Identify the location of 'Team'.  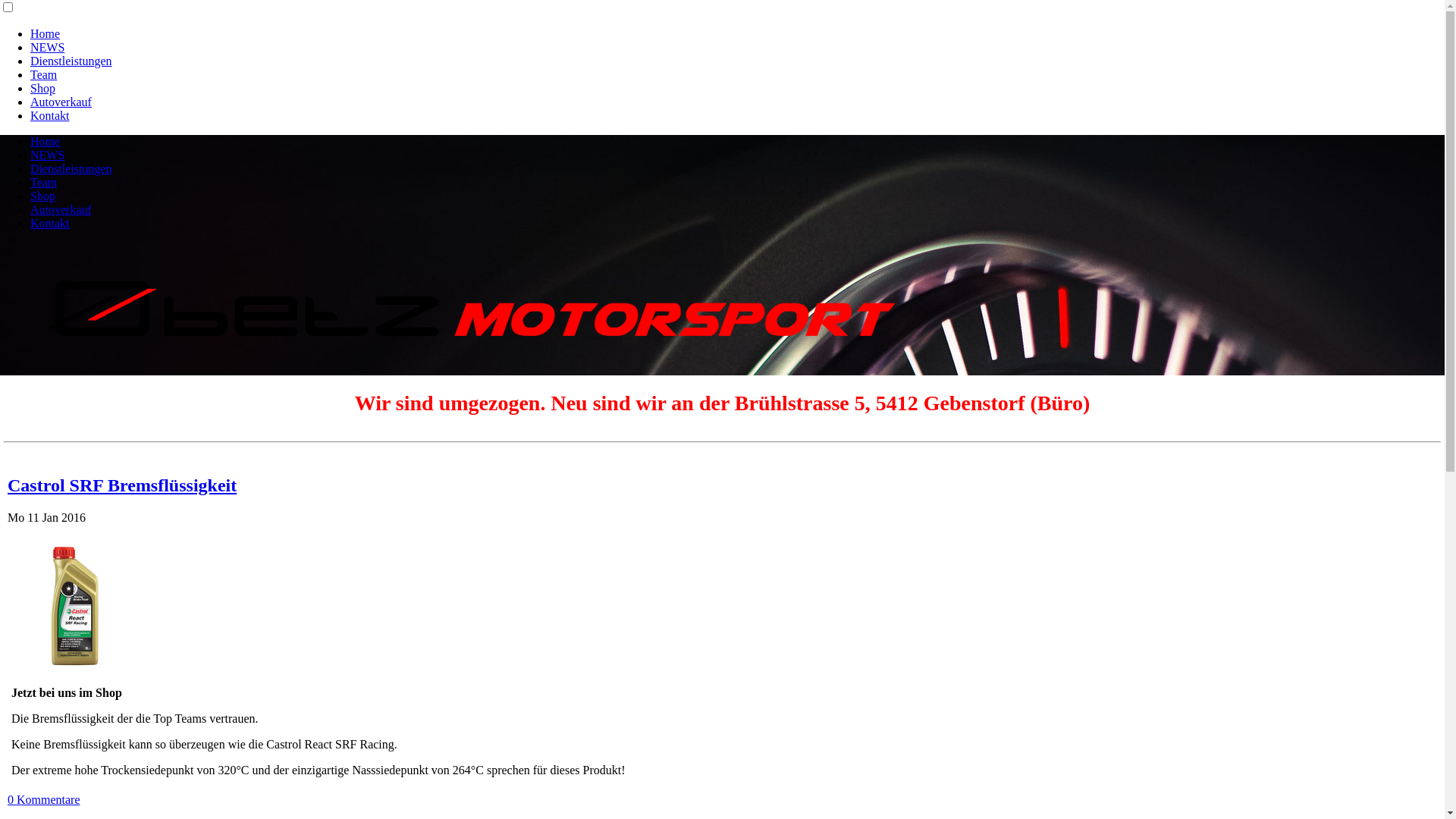
(43, 74).